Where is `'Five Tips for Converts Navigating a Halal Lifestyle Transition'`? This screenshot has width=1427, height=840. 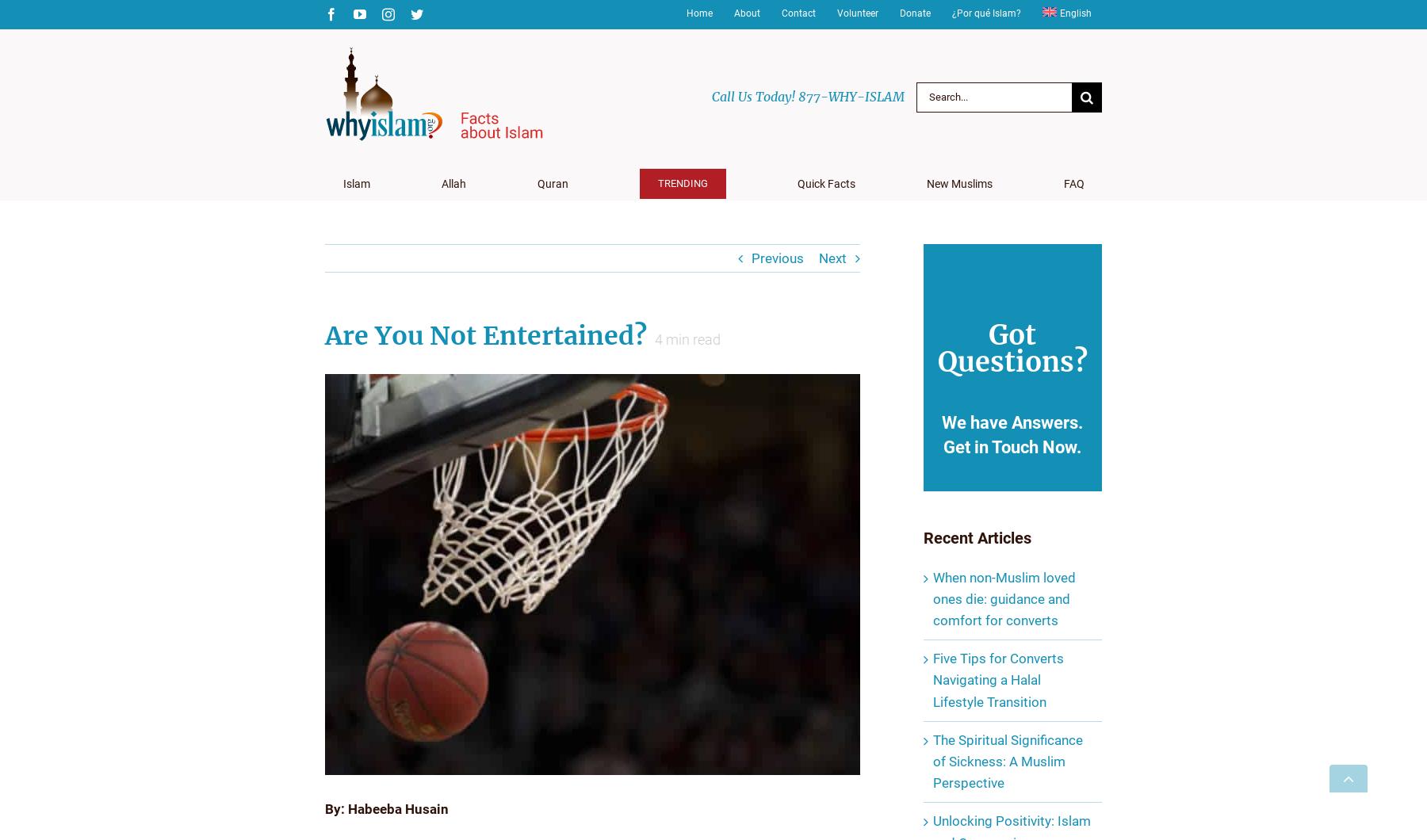 'Five Tips for Converts Navigating a Halal Lifestyle Transition' is located at coordinates (997, 679).